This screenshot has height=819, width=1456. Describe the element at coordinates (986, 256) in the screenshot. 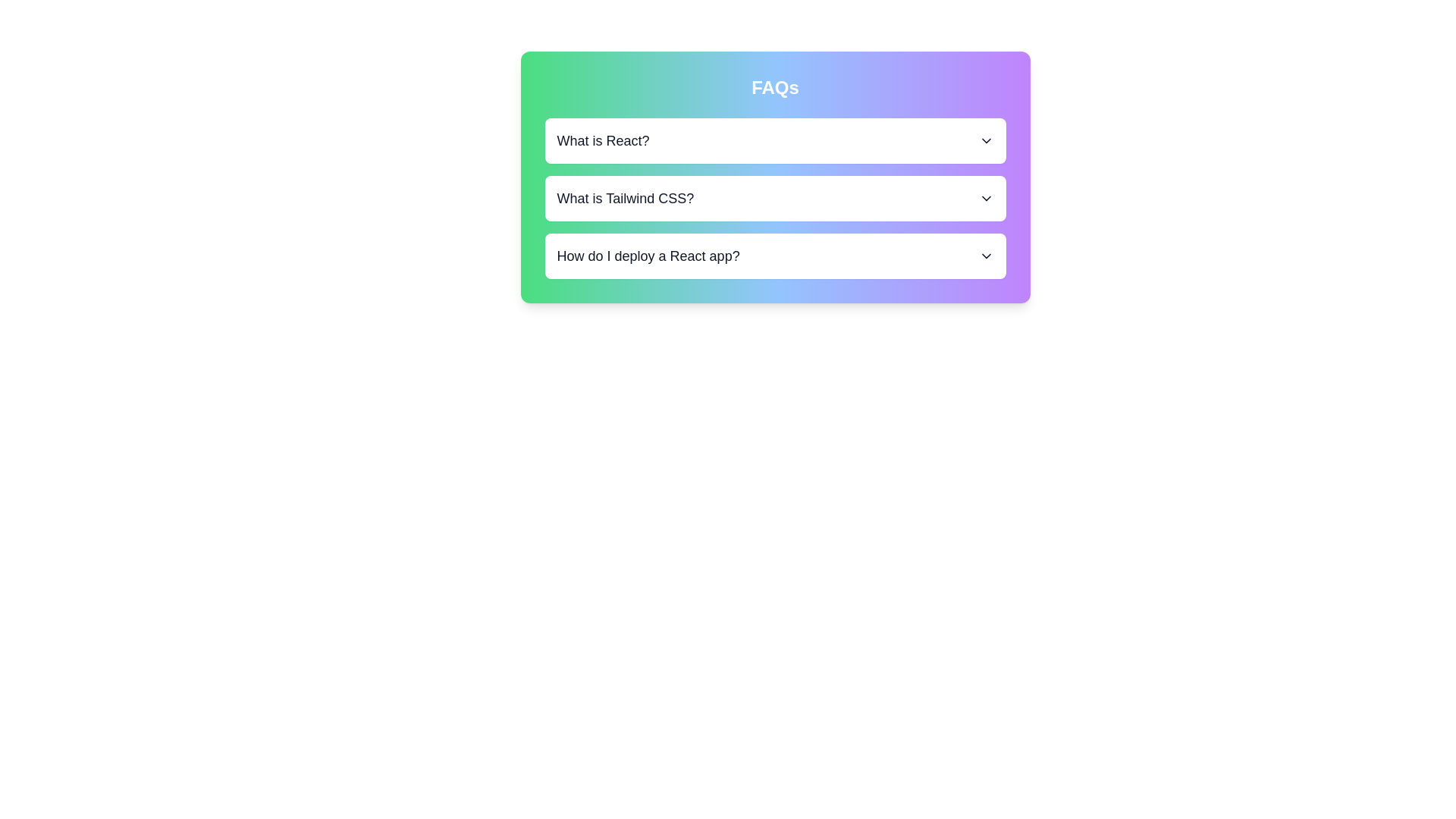

I see `the small, downward-pointing black chevron icon located at the end of the FAQ card row, to the right of the text 'How do I deploy a React app?'` at that location.